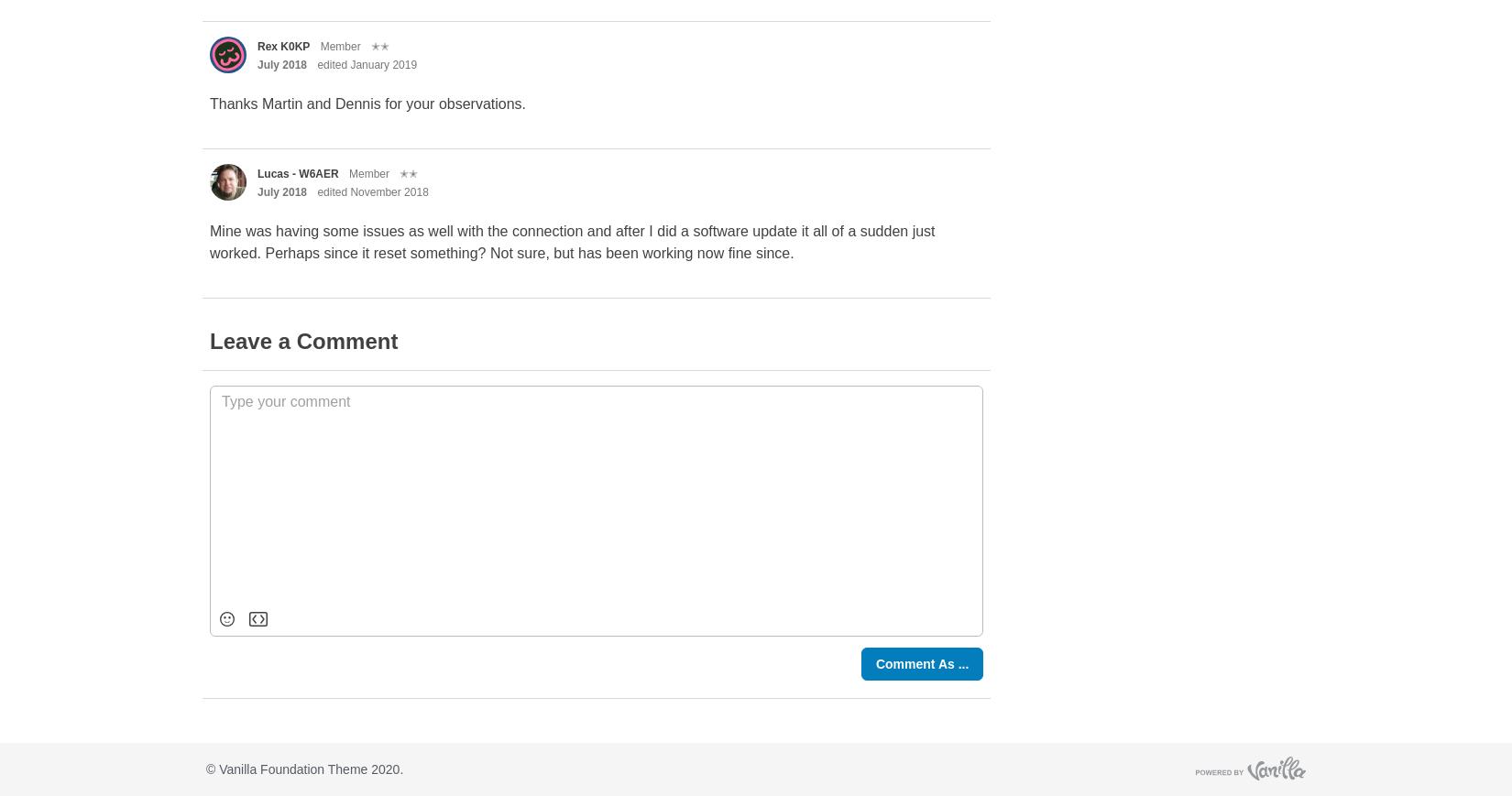 This screenshot has height=796, width=1512. Describe the element at coordinates (922, 664) in the screenshot. I see `'Comment As ...'` at that location.